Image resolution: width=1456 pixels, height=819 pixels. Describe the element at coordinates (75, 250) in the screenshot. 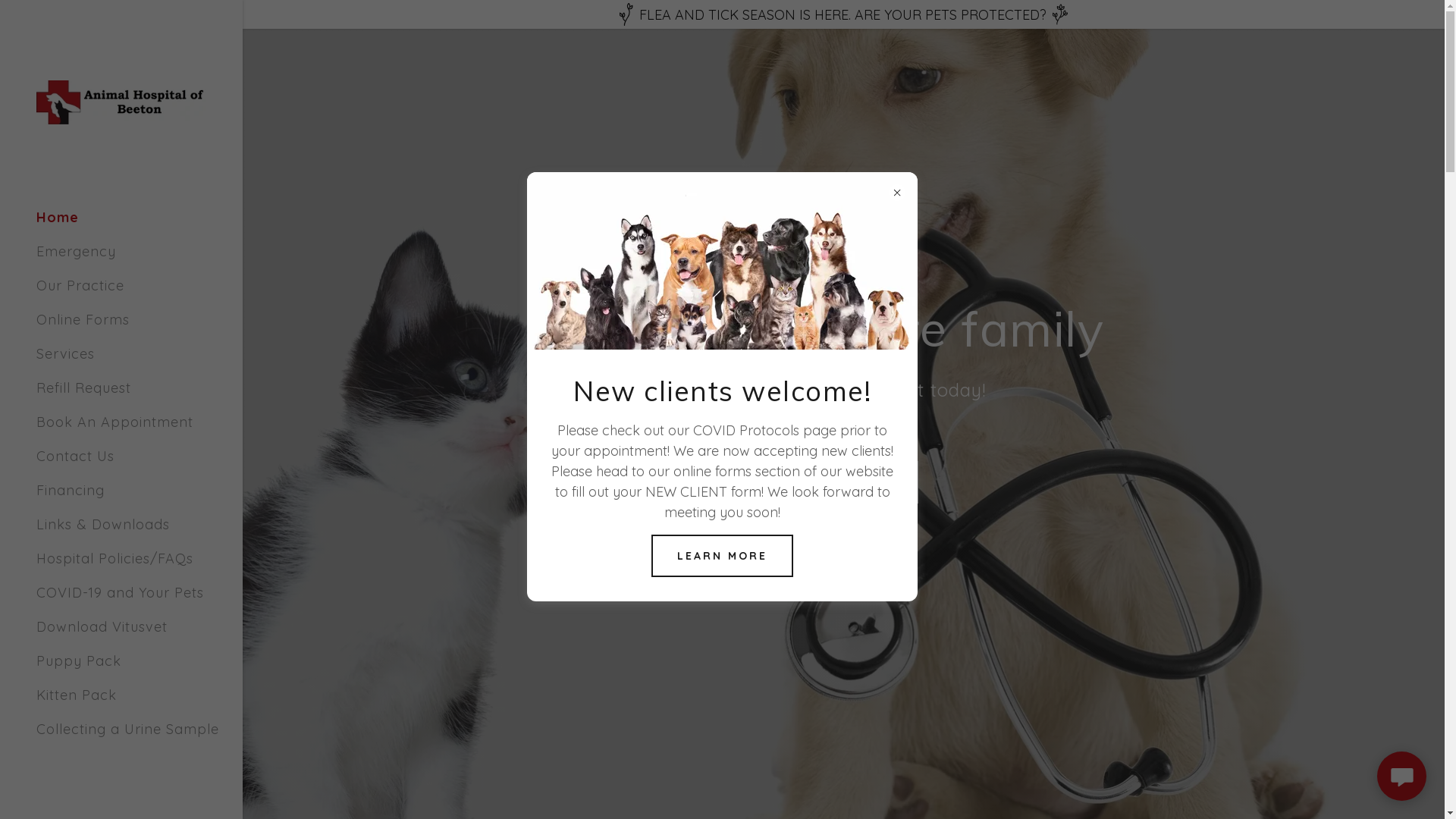

I see `'Emergency'` at that location.